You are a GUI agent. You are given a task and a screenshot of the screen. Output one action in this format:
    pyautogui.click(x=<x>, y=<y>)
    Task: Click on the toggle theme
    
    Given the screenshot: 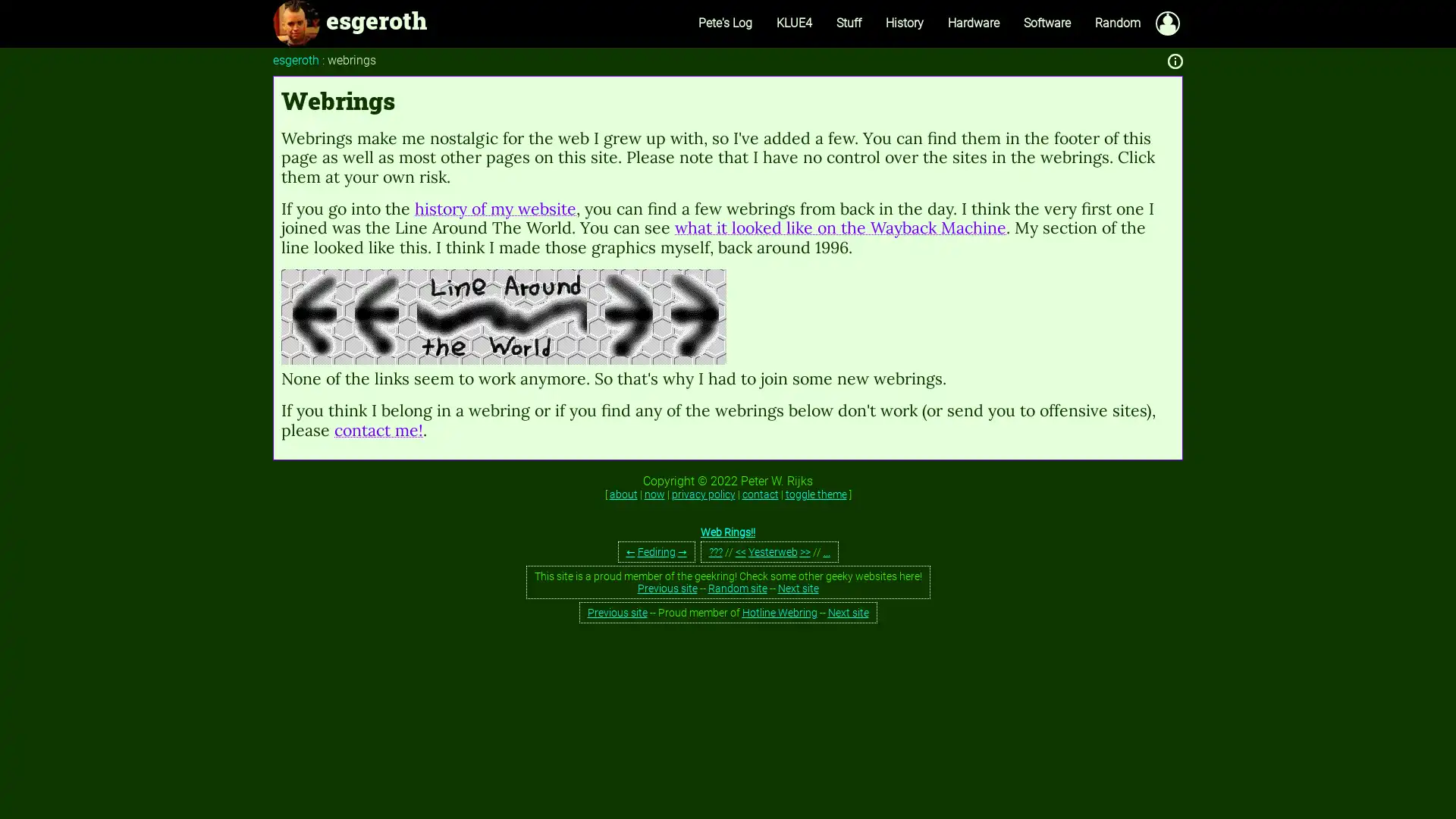 What is the action you would take?
    pyautogui.click(x=814, y=494)
    